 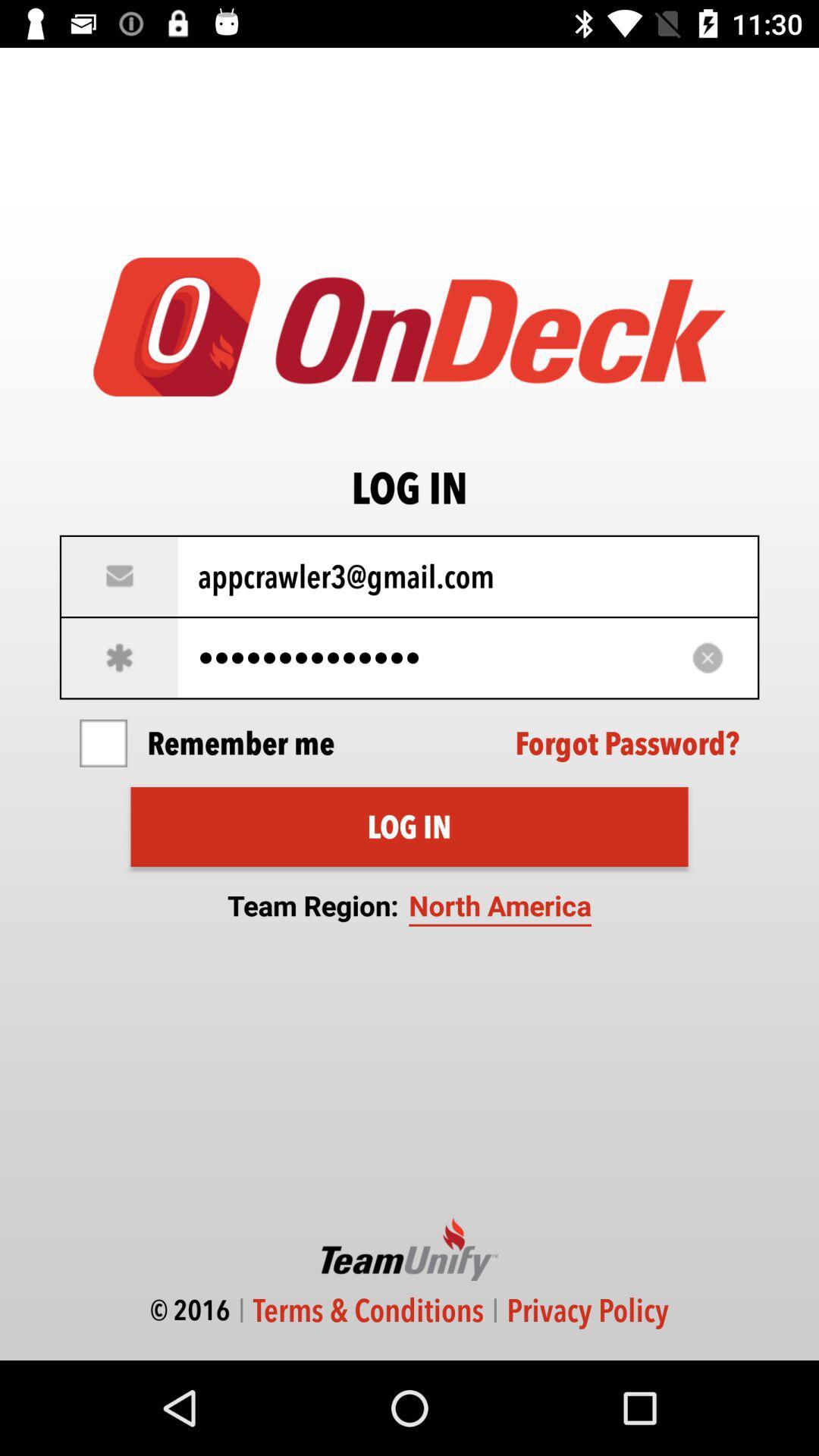 What do you see at coordinates (627, 743) in the screenshot?
I see `the icon next to remember me item` at bounding box center [627, 743].